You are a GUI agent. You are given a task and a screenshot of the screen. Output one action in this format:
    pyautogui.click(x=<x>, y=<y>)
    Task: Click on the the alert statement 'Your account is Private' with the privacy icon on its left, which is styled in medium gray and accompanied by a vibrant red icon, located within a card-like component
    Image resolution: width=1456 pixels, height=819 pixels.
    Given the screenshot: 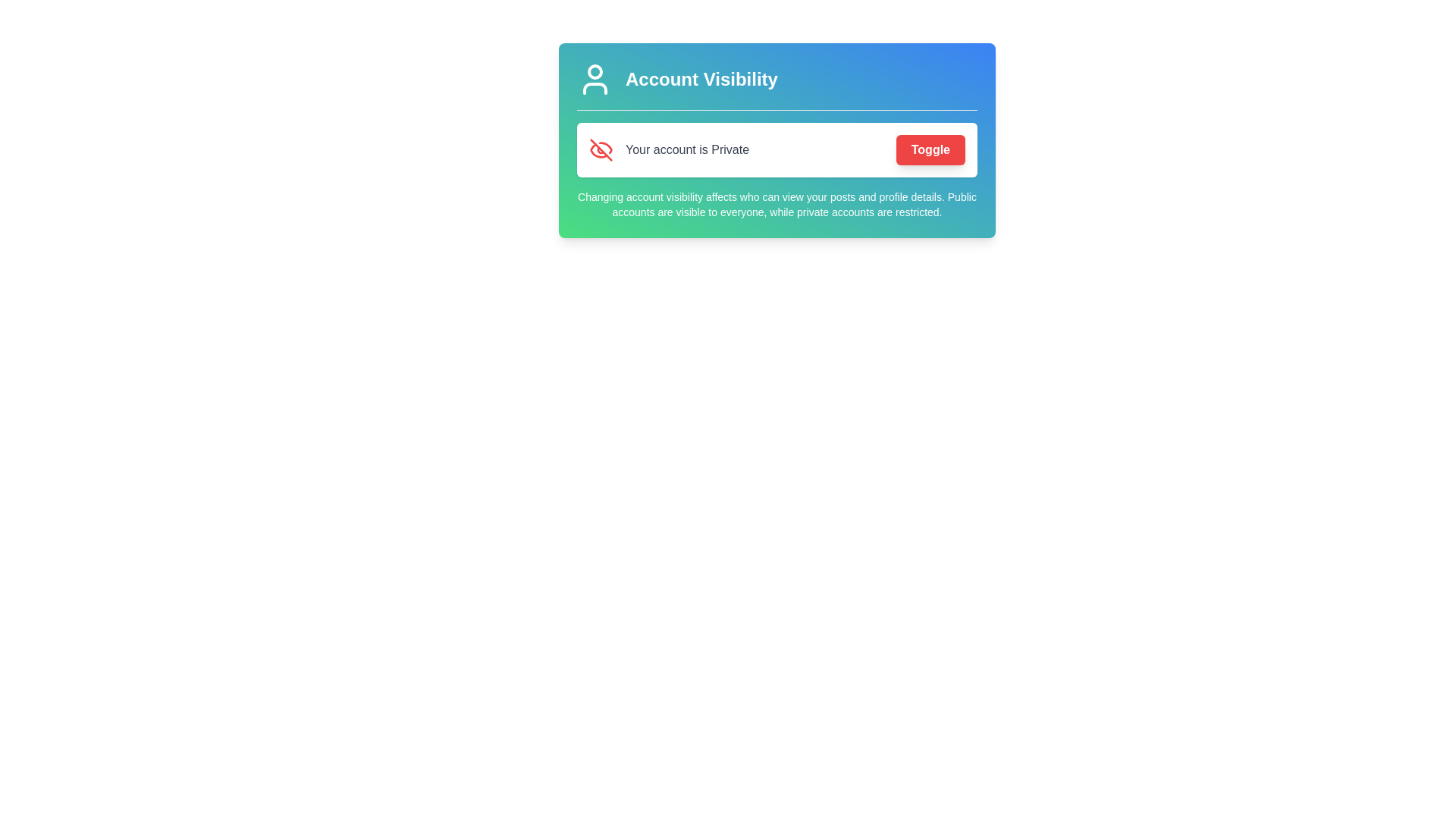 What is the action you would take?
    pyautogui.click(x=668, y=149)
    